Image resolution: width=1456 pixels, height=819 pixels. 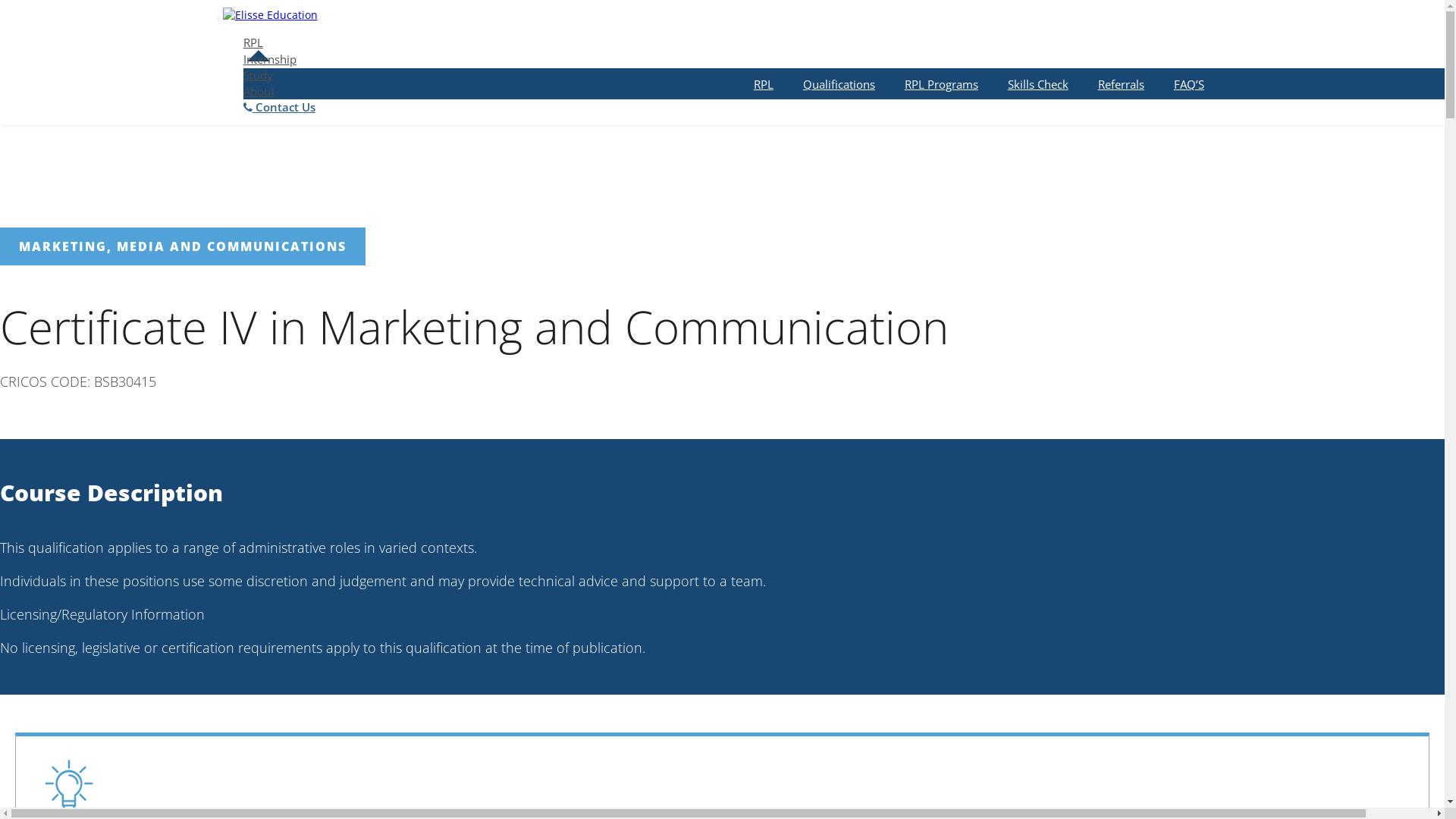 I want to click on 'RPL', so click(x=253, y=42).